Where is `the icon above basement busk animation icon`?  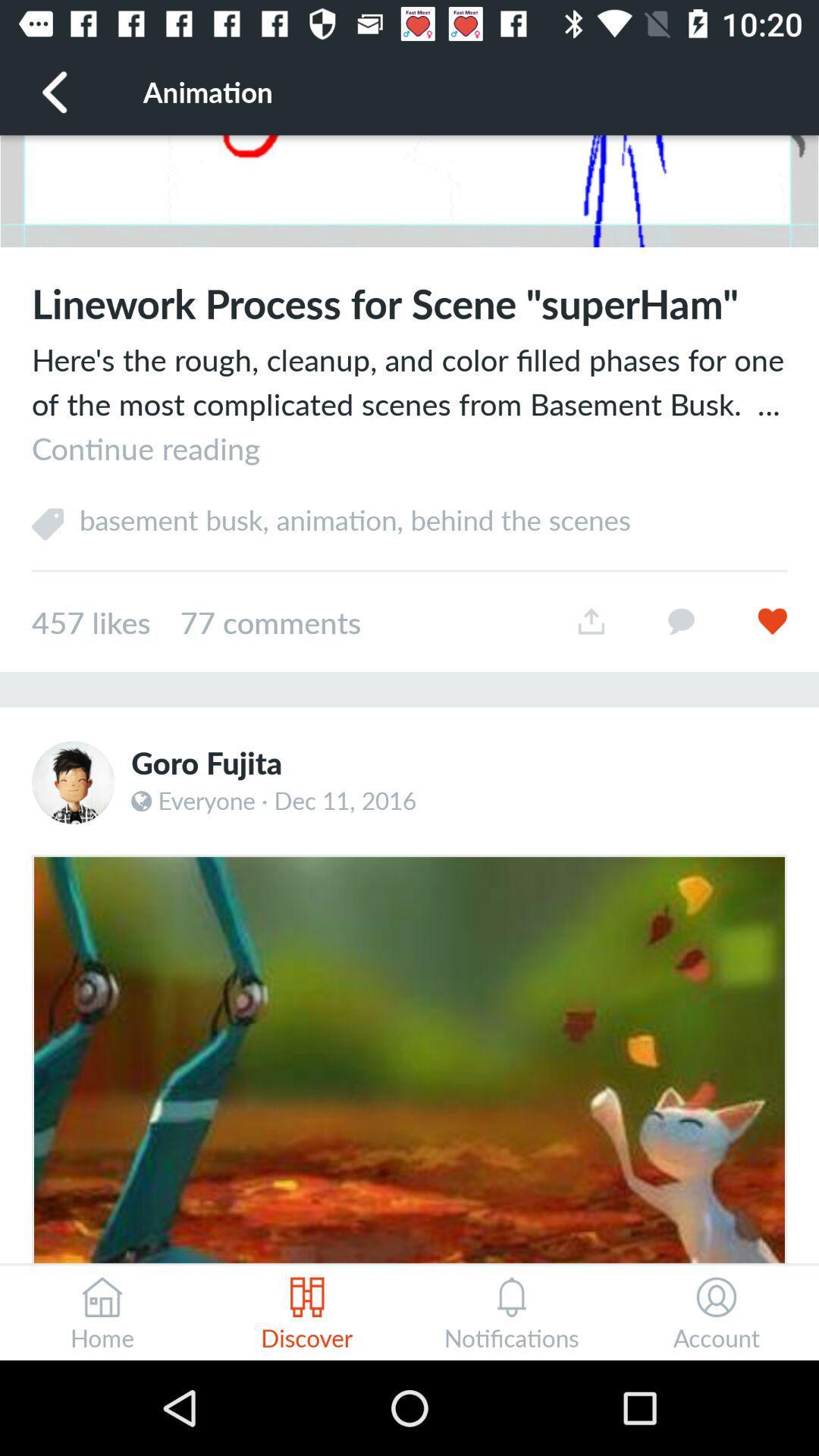
the icon above basement busk animation icon is located at coordinates (409, 403).